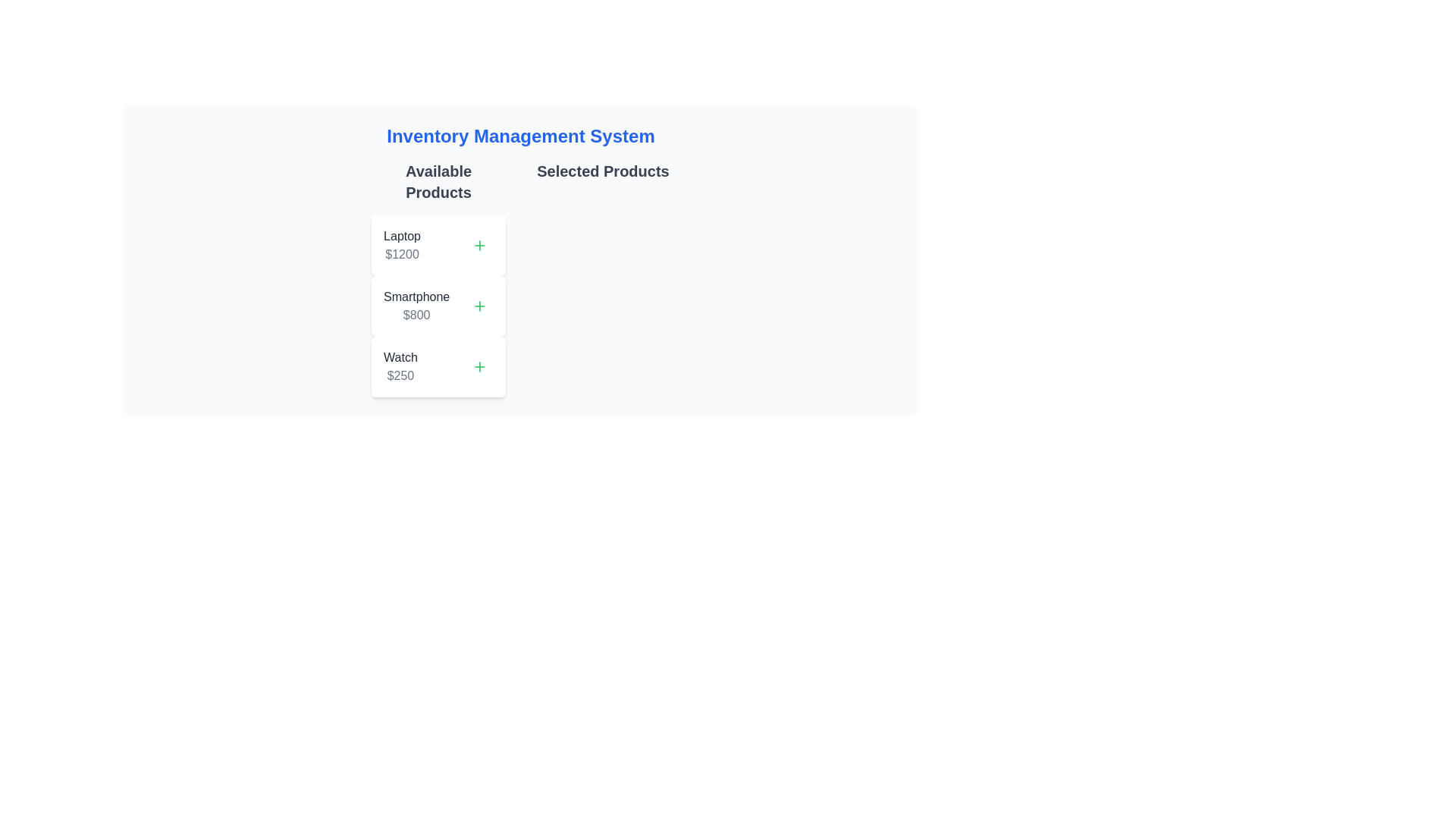  What do you see at coordinates (400, 357) in the screenshot?
I see `the text label displaying 'Watch' which is part of the product list, aligned to the left and positioned beneath 'Available Products'` at bounding box center [400, 357].